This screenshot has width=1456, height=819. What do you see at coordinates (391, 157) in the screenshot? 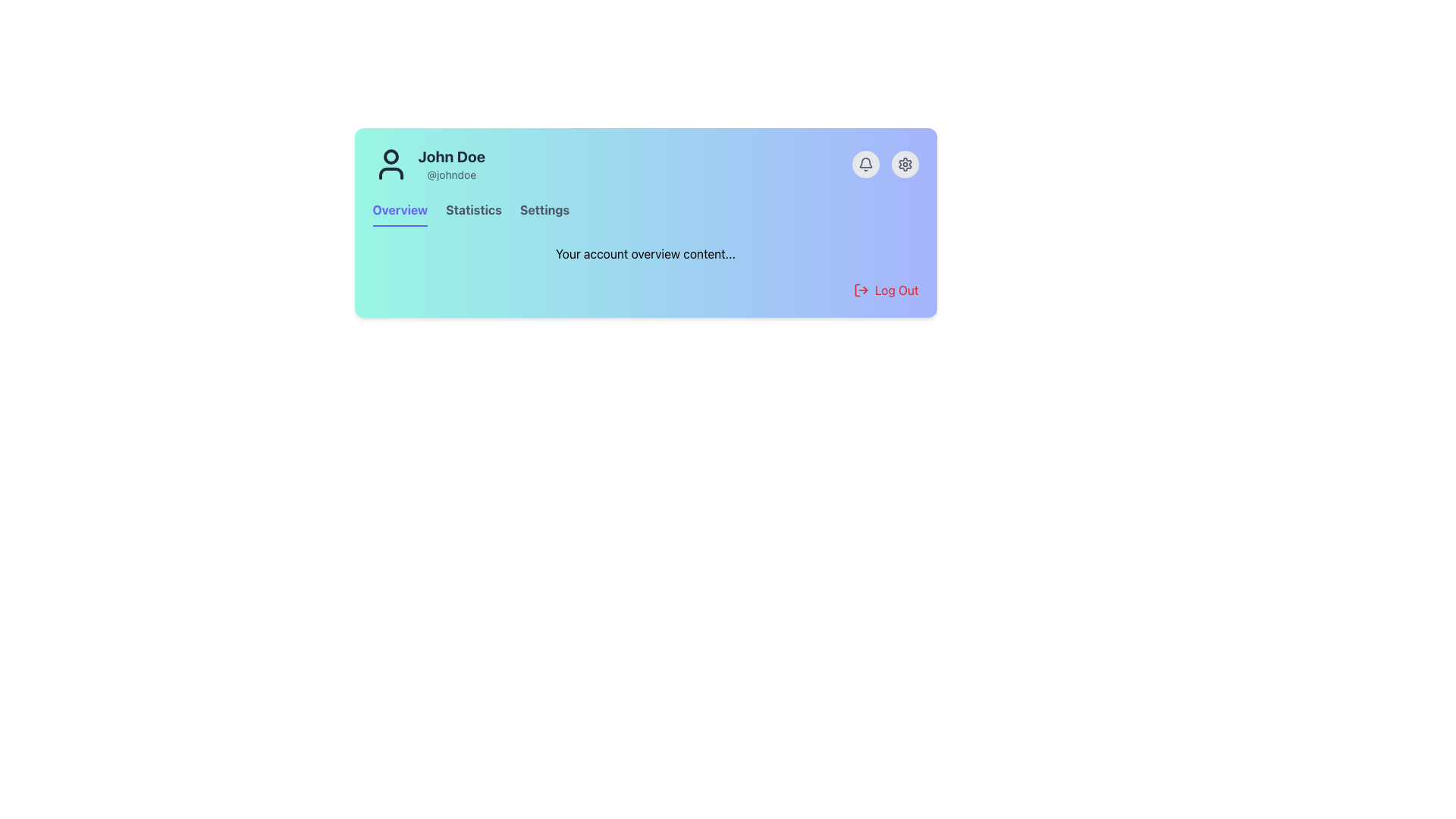
I see `the decorative Circular SVG element that represents the user's profile head, located at the center of the profile icon` at bounding box center [391, 157].